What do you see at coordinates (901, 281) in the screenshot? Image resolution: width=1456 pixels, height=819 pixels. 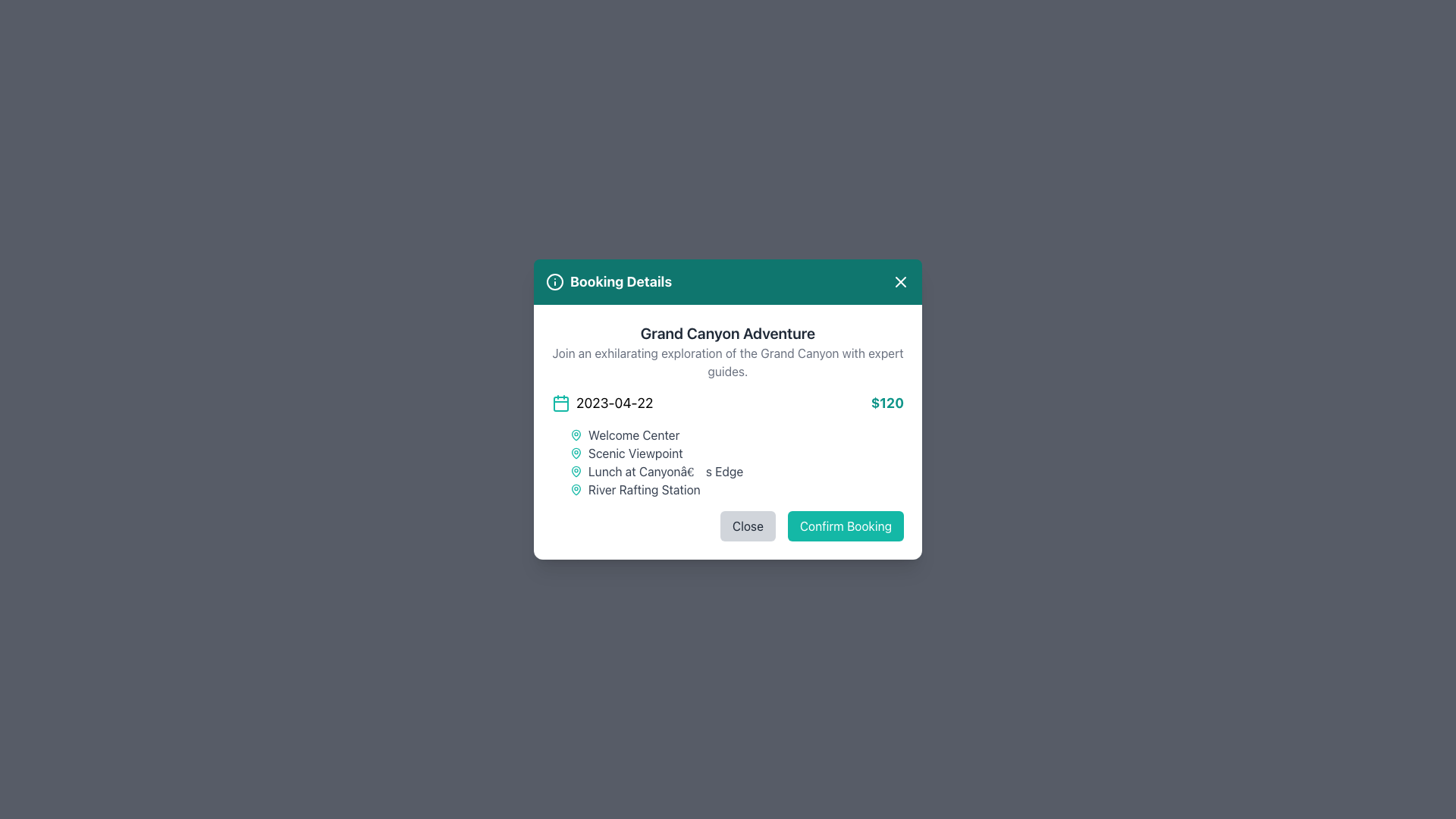 I see `the close icon in the top-right corner of the 'Booking Details' dialog box` at bounding box center [901, 281].